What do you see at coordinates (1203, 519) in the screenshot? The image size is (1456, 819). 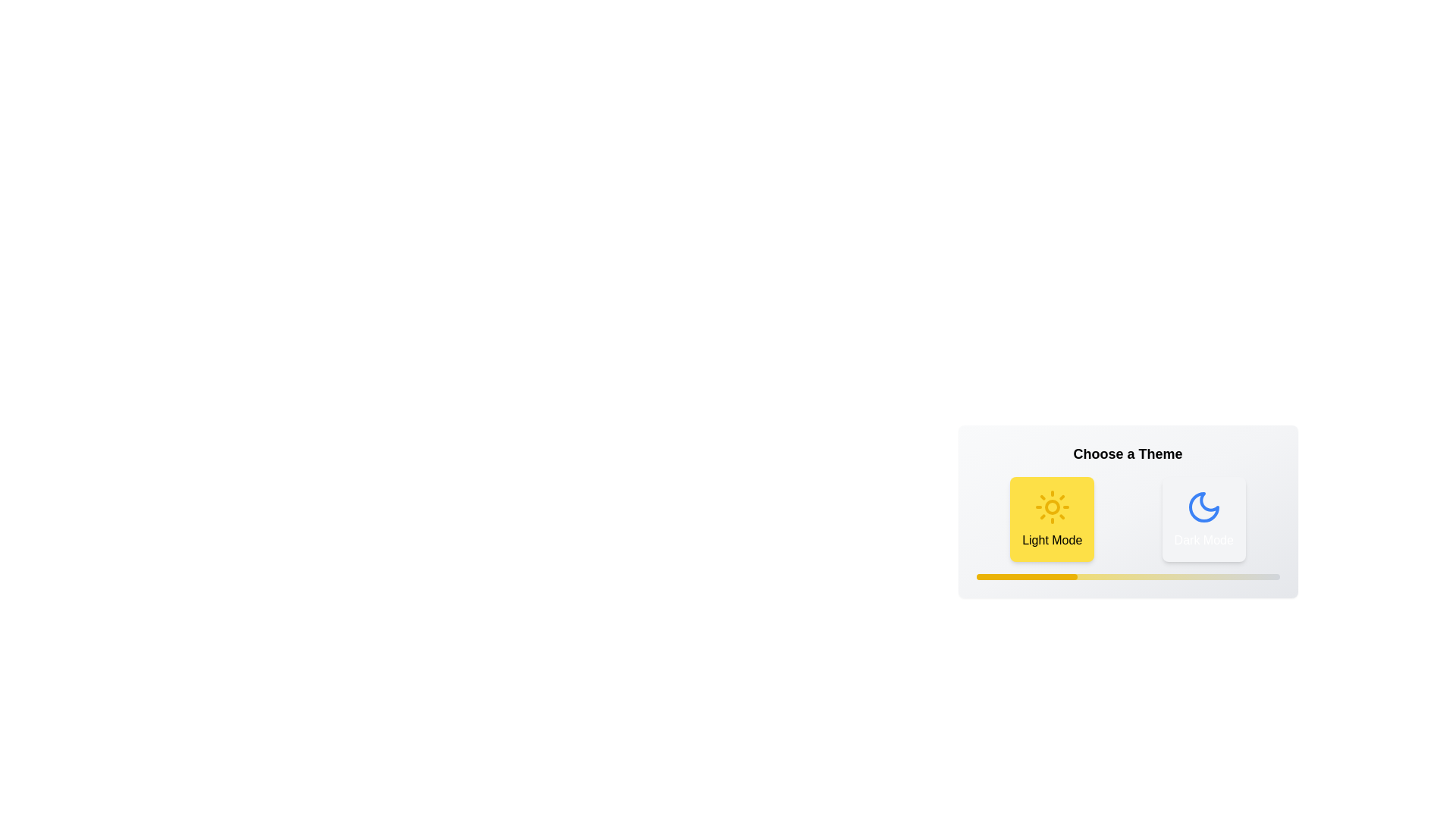 I see `the 'Dark Mode' button to observe the hover effect` at bounding box center [1203, 519].